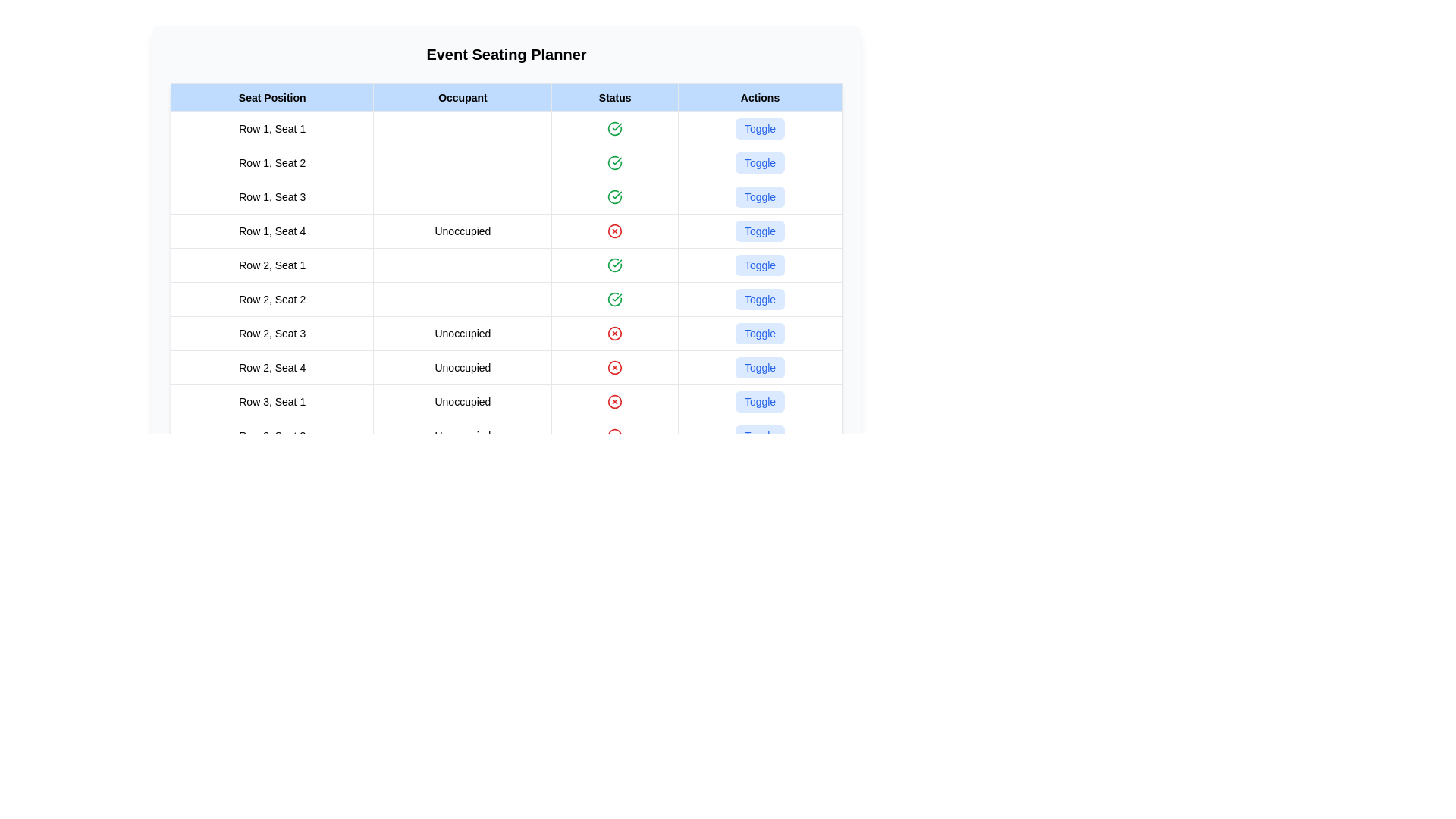 This screenshot has height=819, width=1456. What do you see at coordinates (760, 196) in the screenshot?
I see `the 'Toggle' button with rounded edges located in the 'Actions' column of the grid, specifically in the third row labeled 'Row 1, Seat 3'` at bounding box center [760, 196].